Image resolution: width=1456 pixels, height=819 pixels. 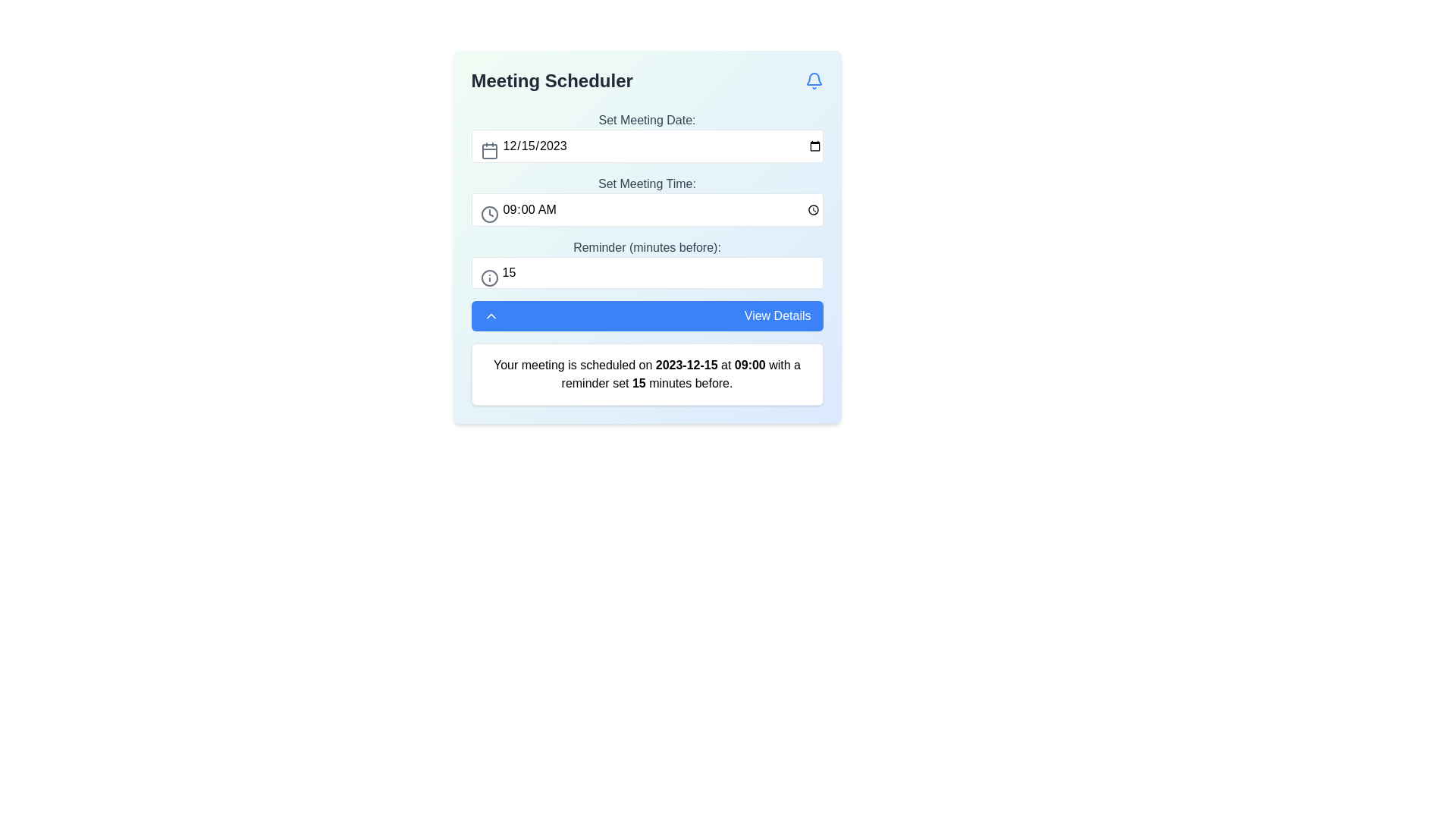 I want to click on the summary notification text label that informs about the scheduled meeting's date, time, and reminder period, so click(x=647, y=374).